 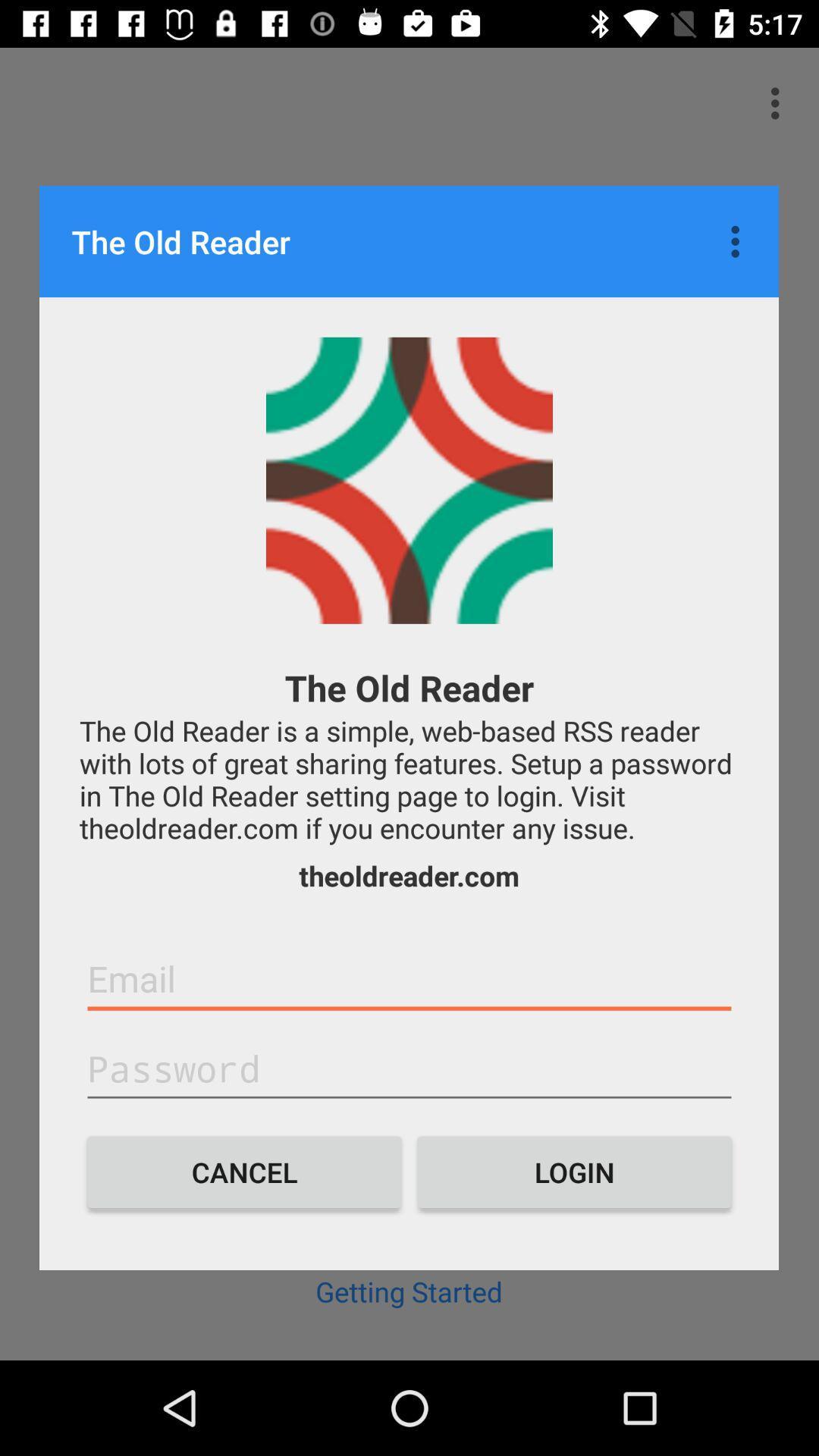 What do you see at coordinates (409, 1068) in the screenshot?
I see `password button` at bounding box center [409, 1068].